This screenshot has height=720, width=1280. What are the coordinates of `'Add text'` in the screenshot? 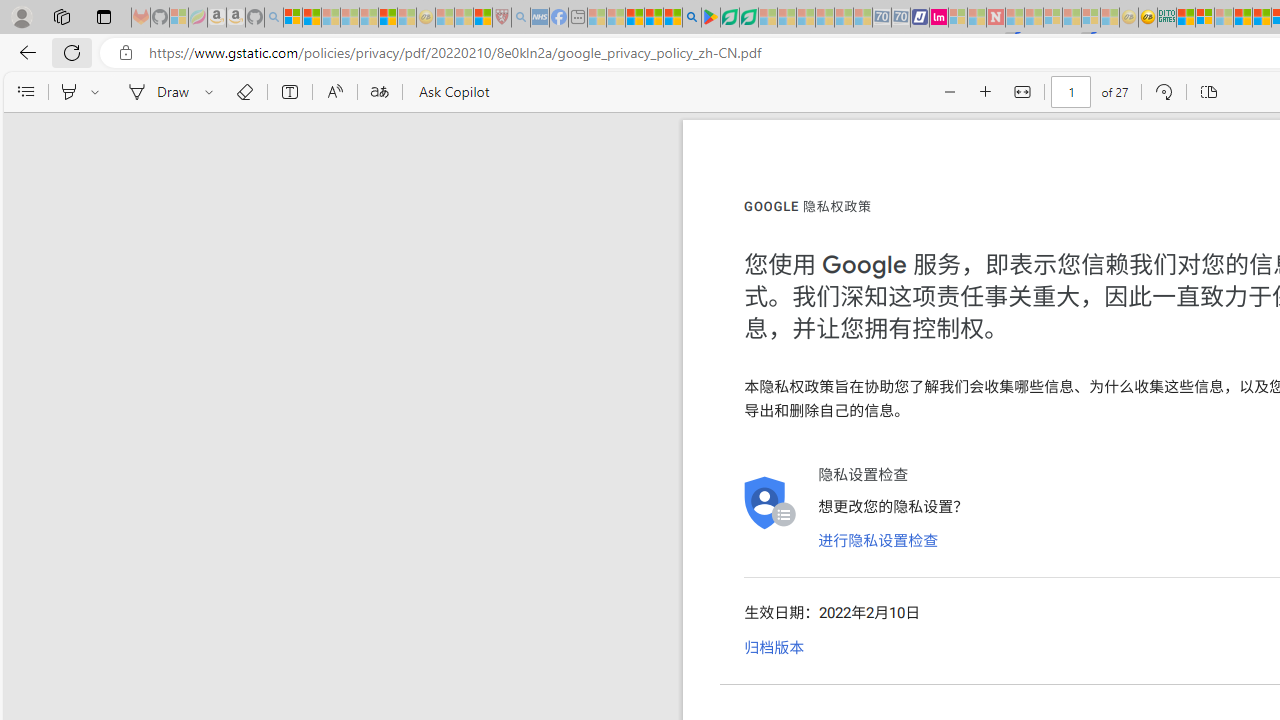 It's located at (288, 92).